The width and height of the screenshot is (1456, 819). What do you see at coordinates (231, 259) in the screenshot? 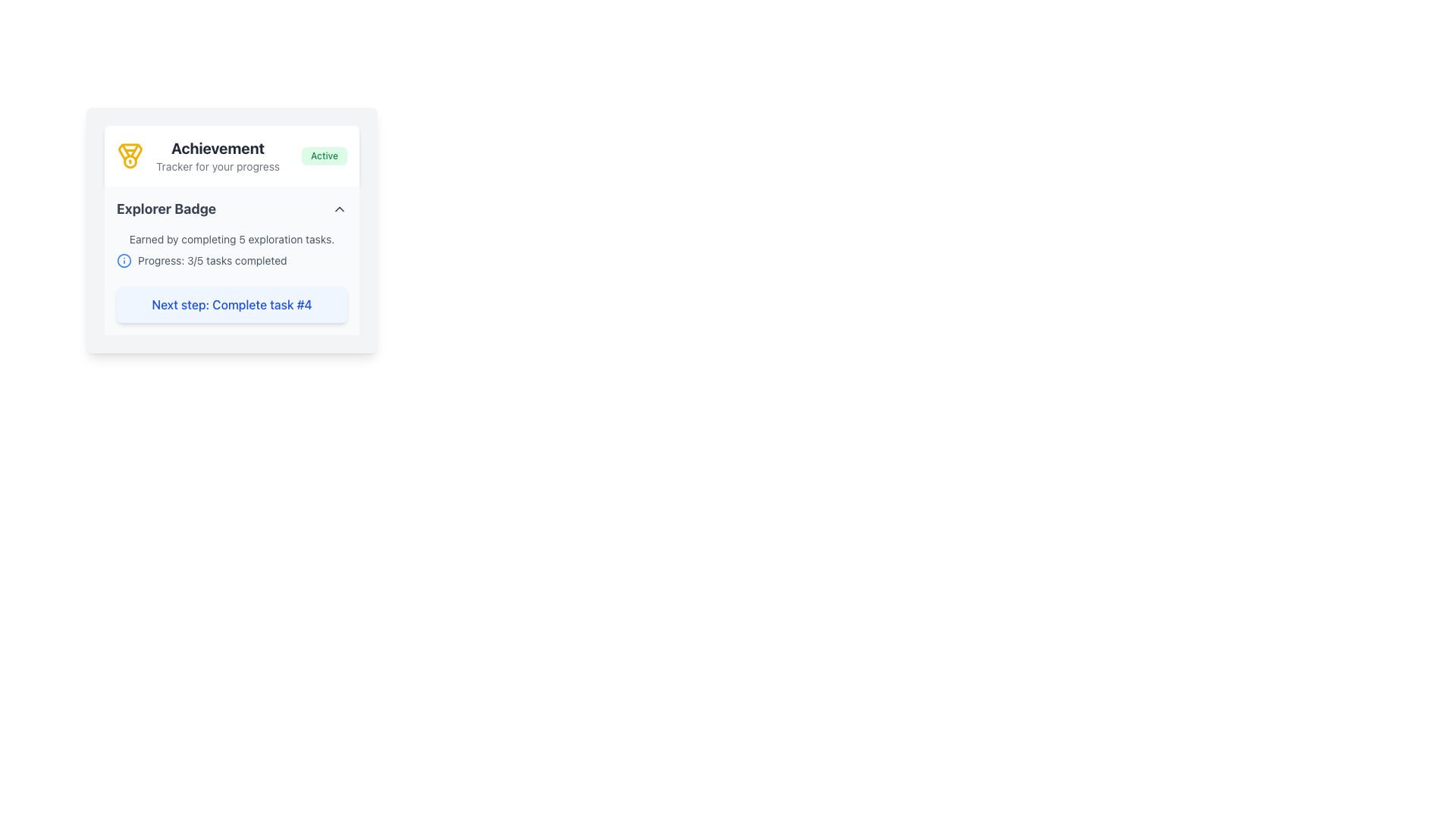
I see `the informational text element located beneath the text 'Earned by completing 5 exploration tasks.'` at bounding box center [231, 259].